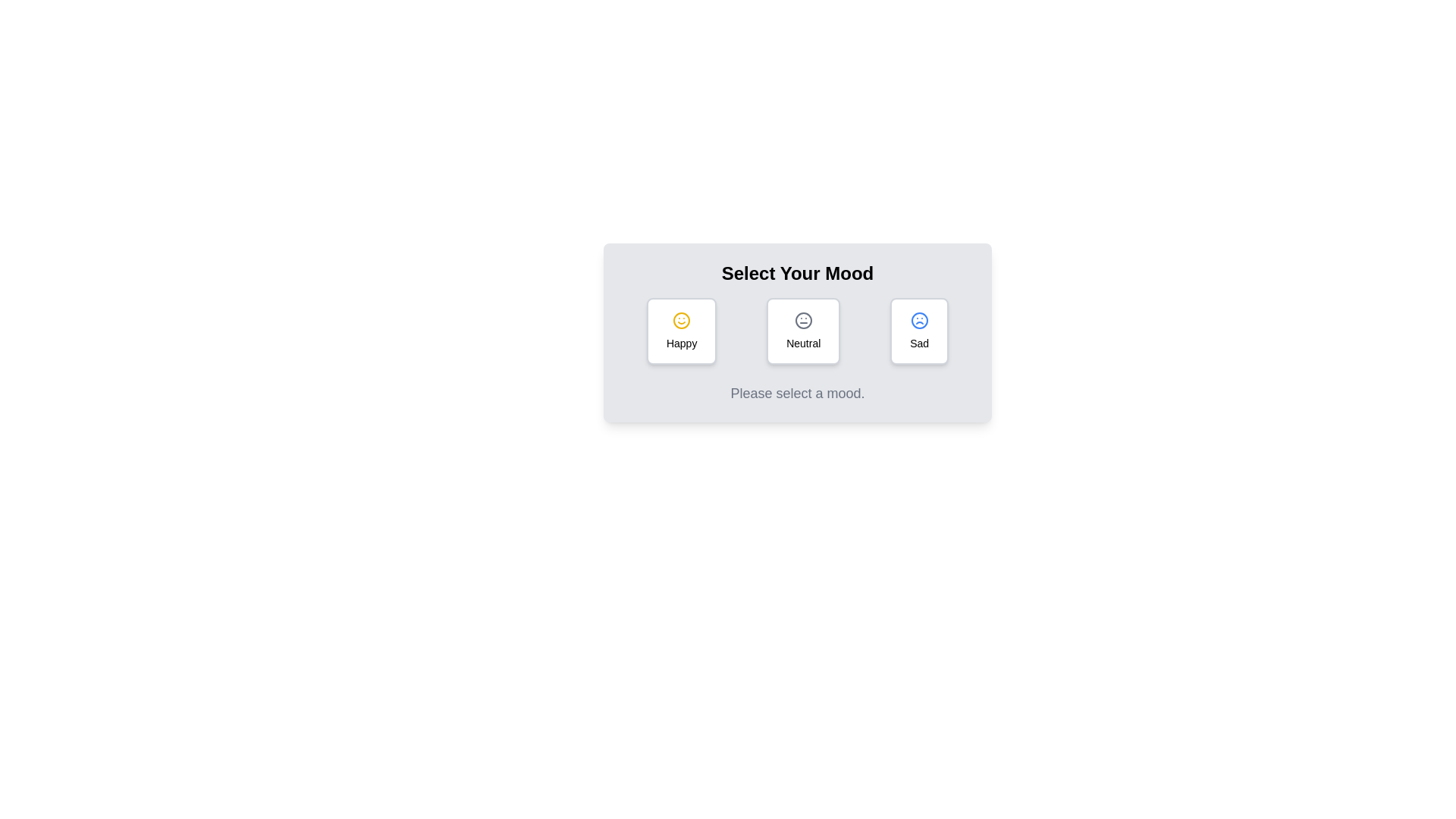  Describe the element at coordinates (681, 330) in the screenshot. I see `the 'Happy' button, which is a rectangular button with rounded corners, featuring a smiling yellow face icon and the text 'Happy' below it, located to the left of 'Neutral' and 'Sad' buttons` at that location.